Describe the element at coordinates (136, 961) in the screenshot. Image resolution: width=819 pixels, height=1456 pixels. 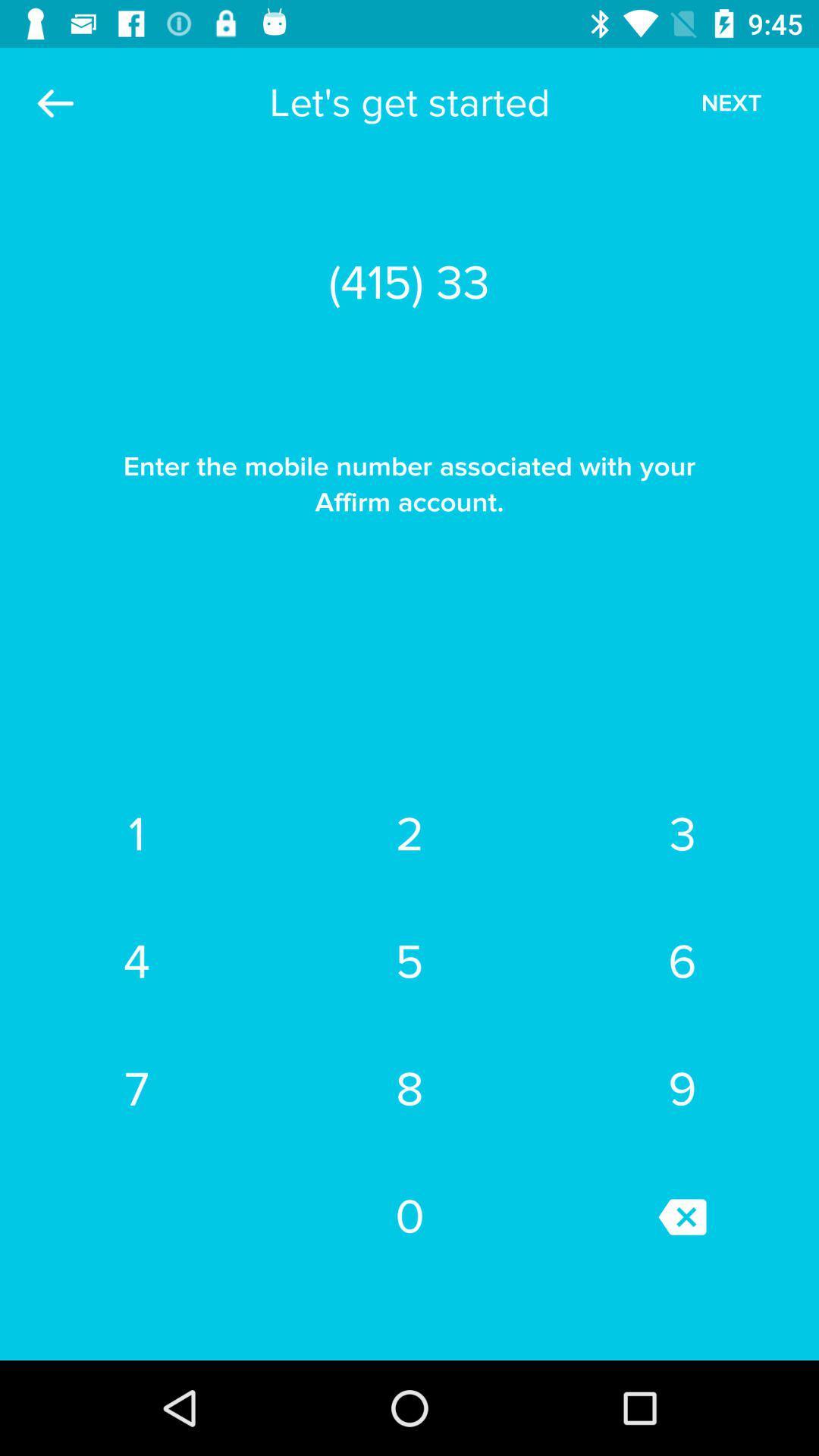
I see `the item next to the 2 item` at that location.